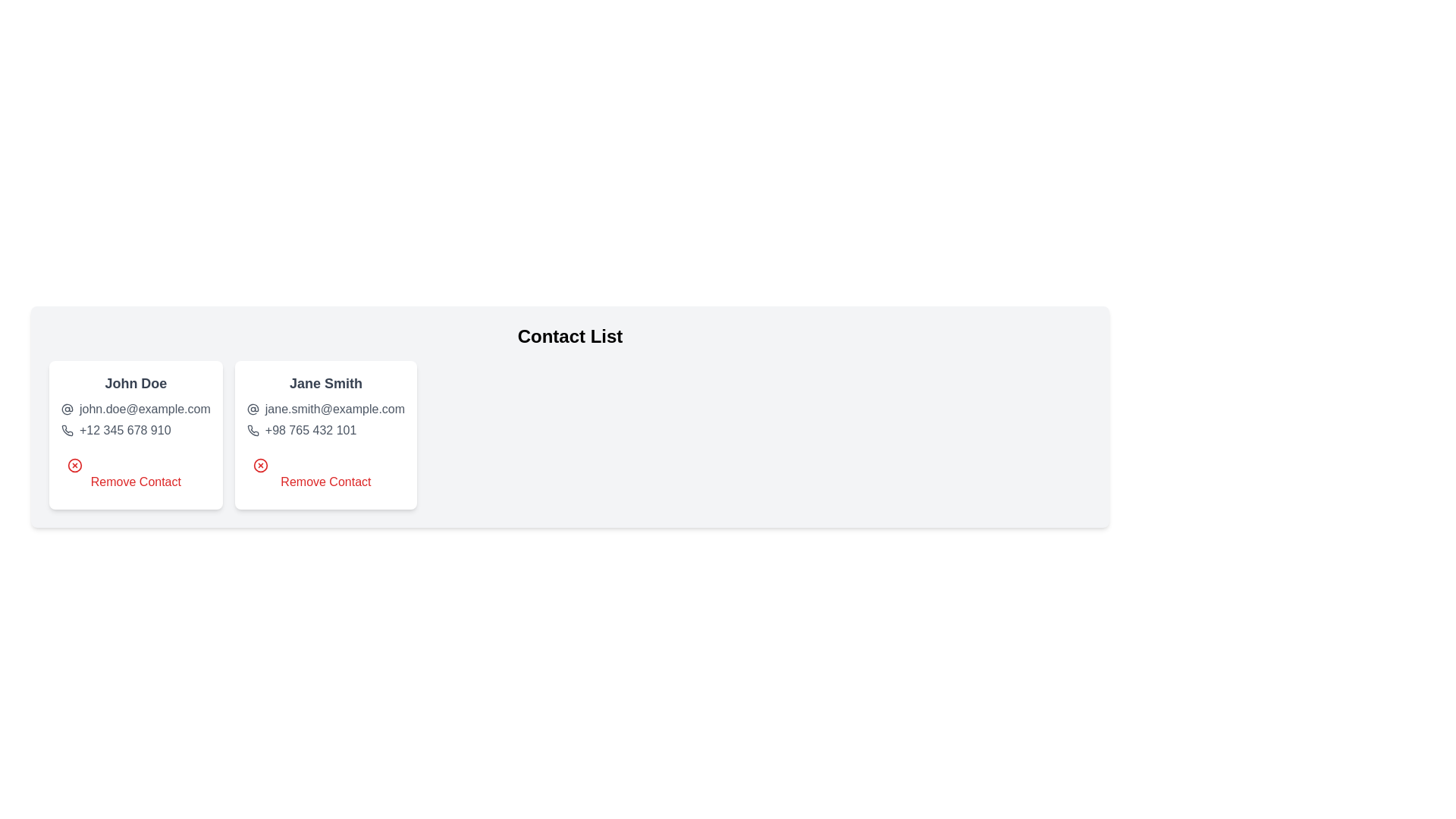 This screenshot has height=819, width=1456. Describe the element at coordinates (135, 409) in the screenshot. I see `the text field for email` at that location.